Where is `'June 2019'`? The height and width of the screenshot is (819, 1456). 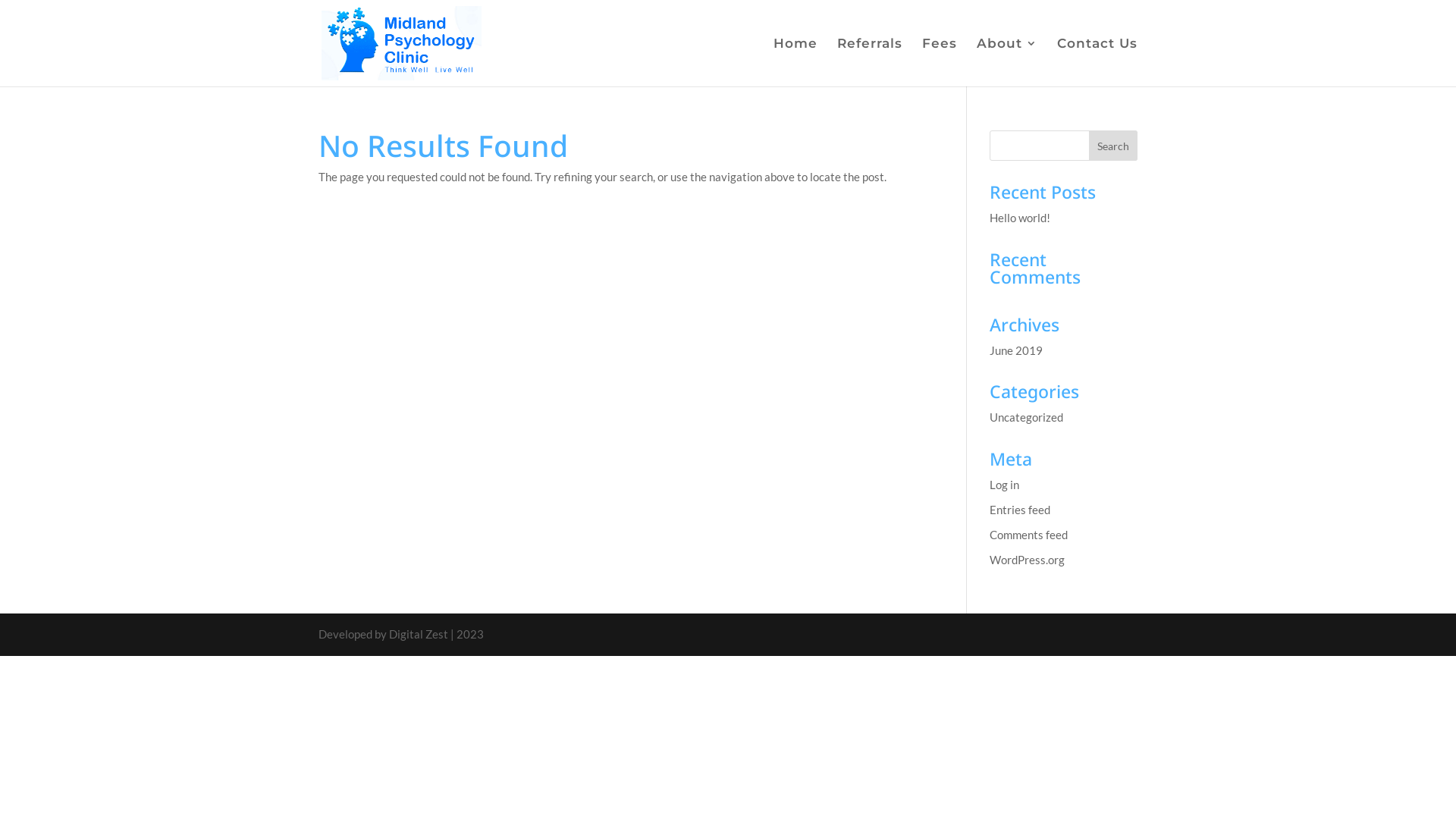 'June 2019' is located at coordinates (1015, 350).